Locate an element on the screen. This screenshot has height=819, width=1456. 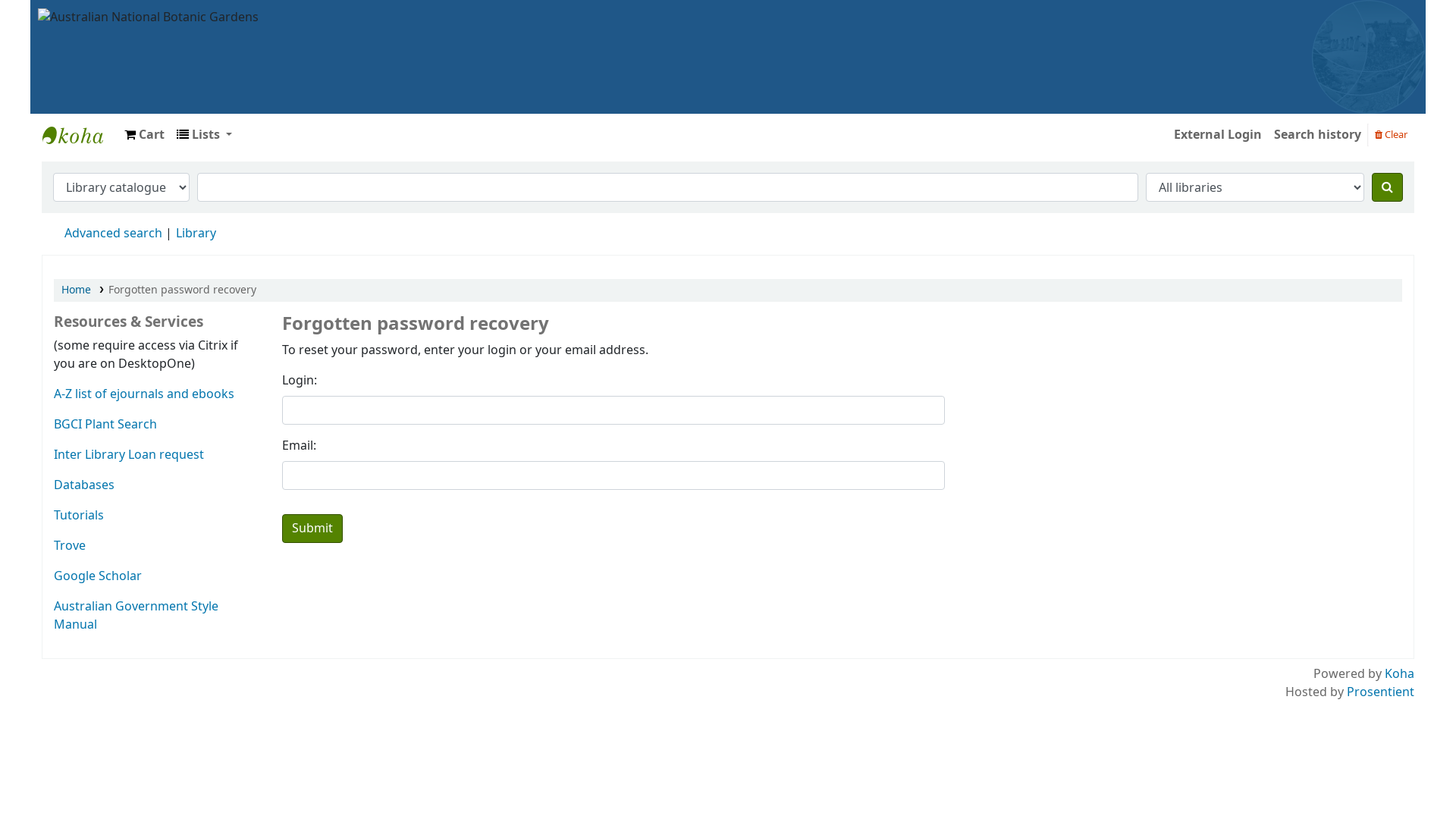
'Clear' is located at coordinates (1391, 133).